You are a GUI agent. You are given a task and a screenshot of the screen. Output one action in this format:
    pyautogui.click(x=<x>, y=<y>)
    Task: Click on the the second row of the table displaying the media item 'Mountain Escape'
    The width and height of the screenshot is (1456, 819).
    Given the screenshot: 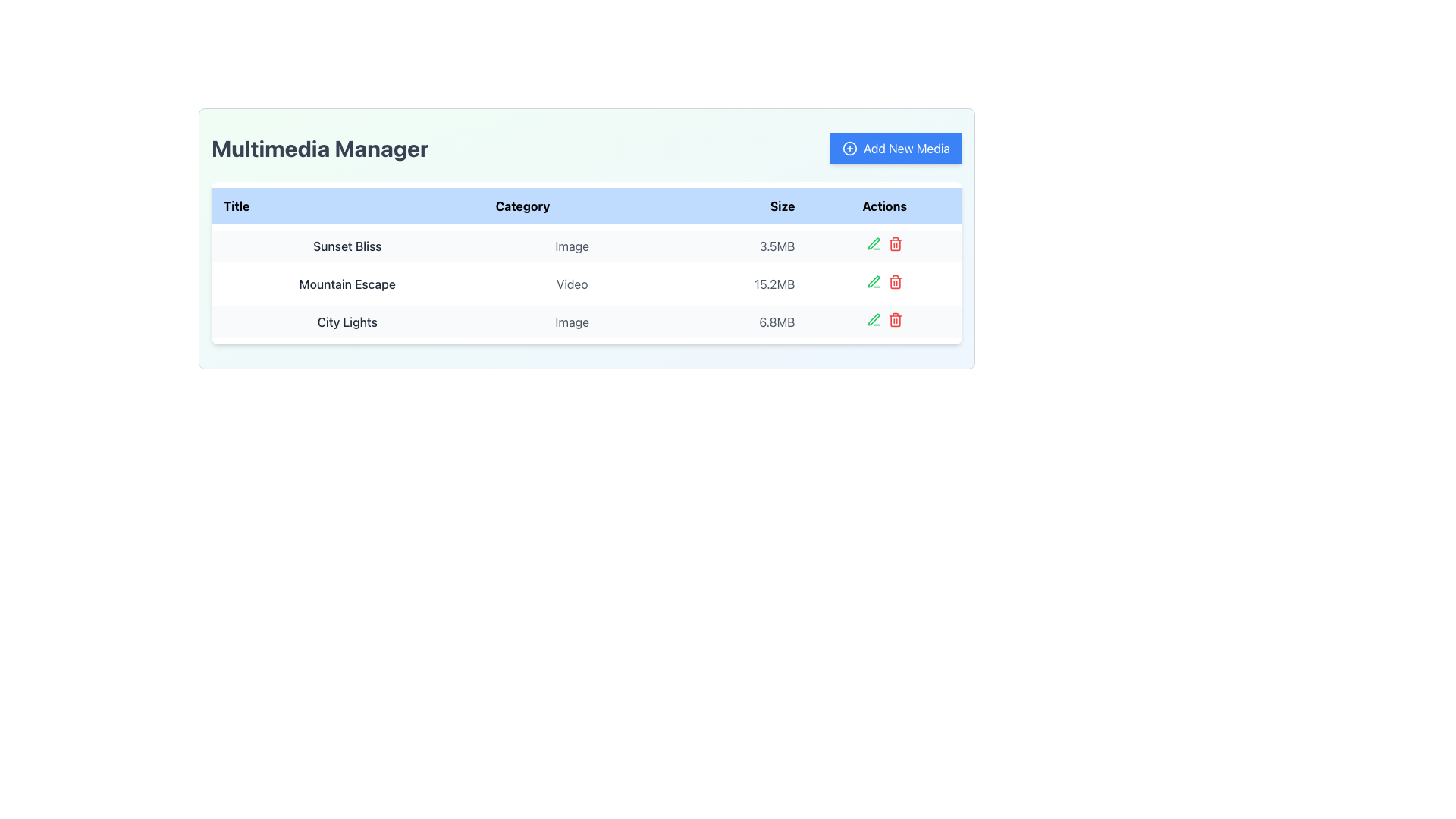 What is the action you would take?
    pyautogui.click(x=585, y=284)
    